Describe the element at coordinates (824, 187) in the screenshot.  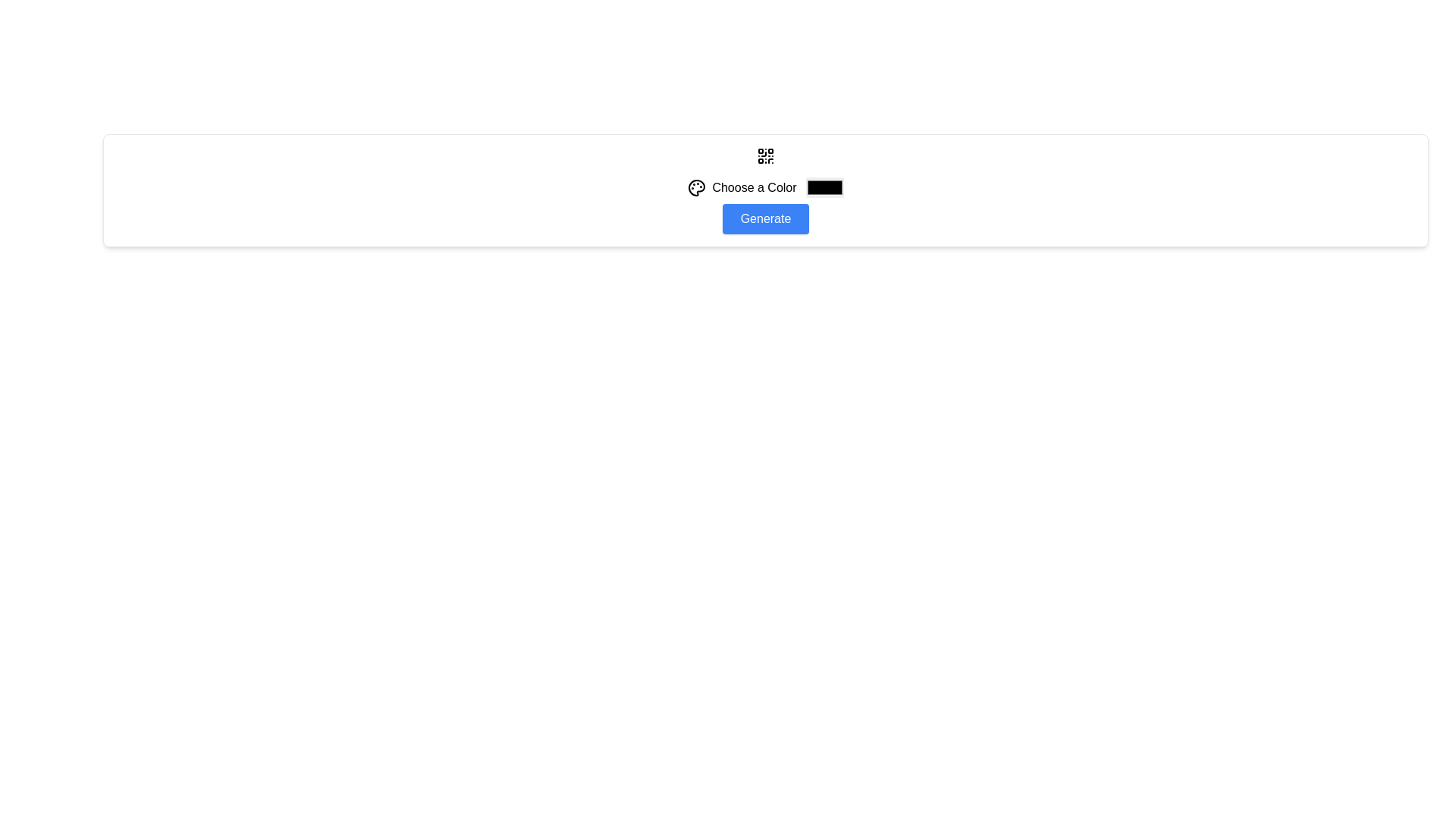
I see `the solid black color picker input field located to the right of the text 'Choose a Color'` at that location.